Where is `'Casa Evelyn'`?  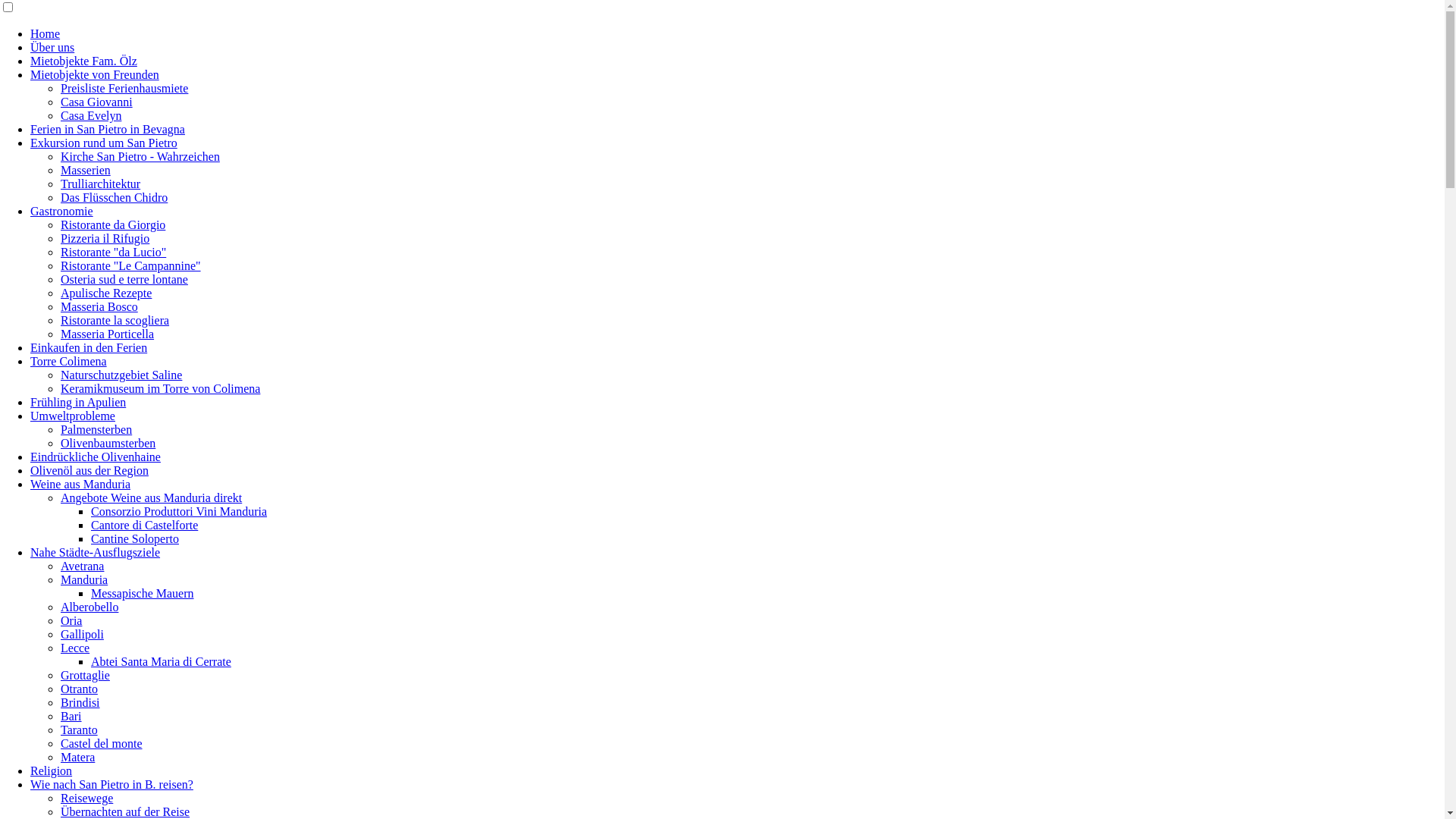 'Casa Evelyn' is located at coordinates (90, 115).